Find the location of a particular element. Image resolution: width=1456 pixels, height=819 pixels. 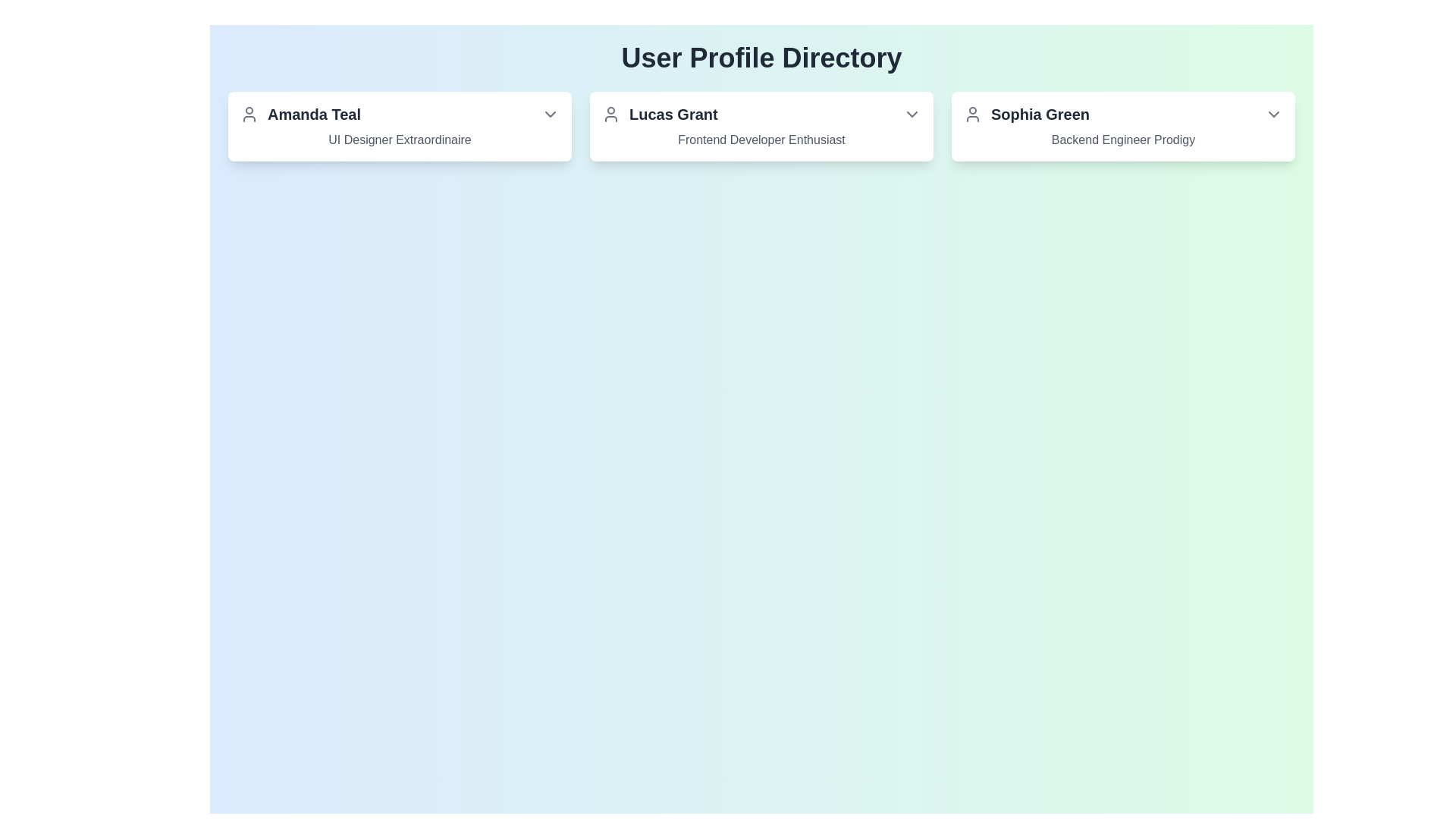

the dropdown button (chevron icon) located at the top-right corner of the 'Lucas Grant' profile card is located at coordinates (912, 113).